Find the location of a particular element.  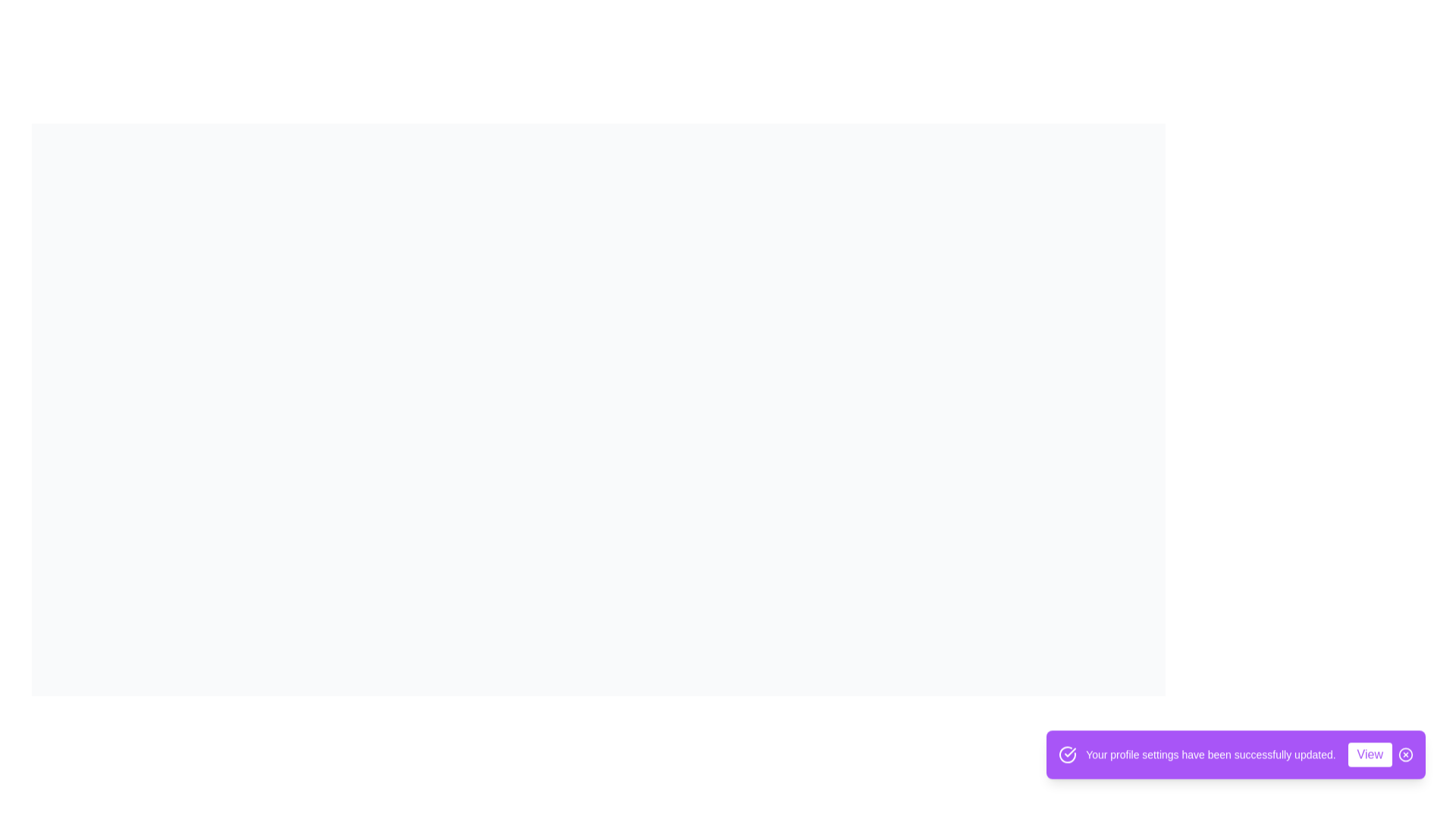

the close button to dismiss the snackbar is located at coordinates (1404, 760).